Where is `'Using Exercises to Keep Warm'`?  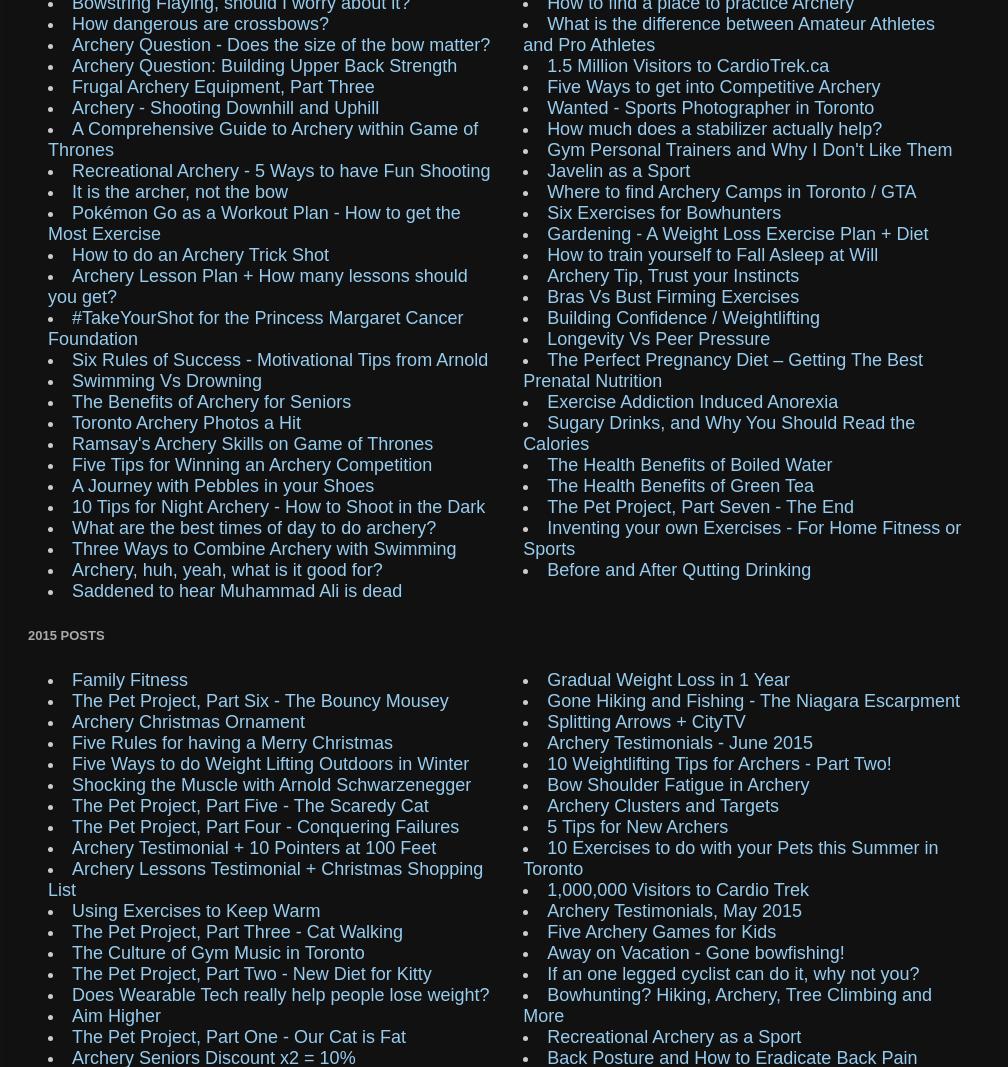
'Using Exercises to Keep Warm' is located at coordinates (195, 910).